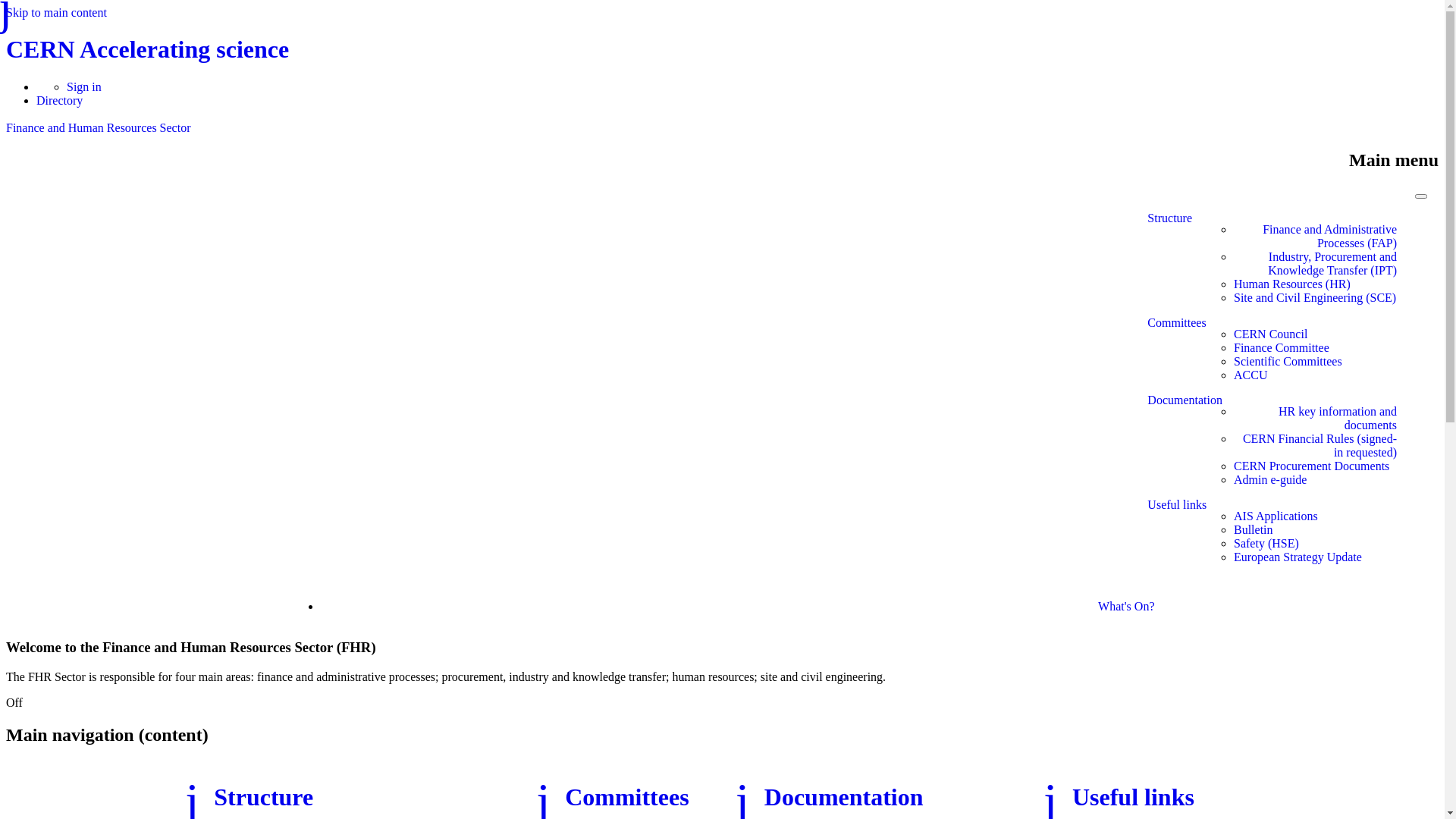 This screenshot has height=819, width=1456. I want to click on 'Directory', so click(59, 100).